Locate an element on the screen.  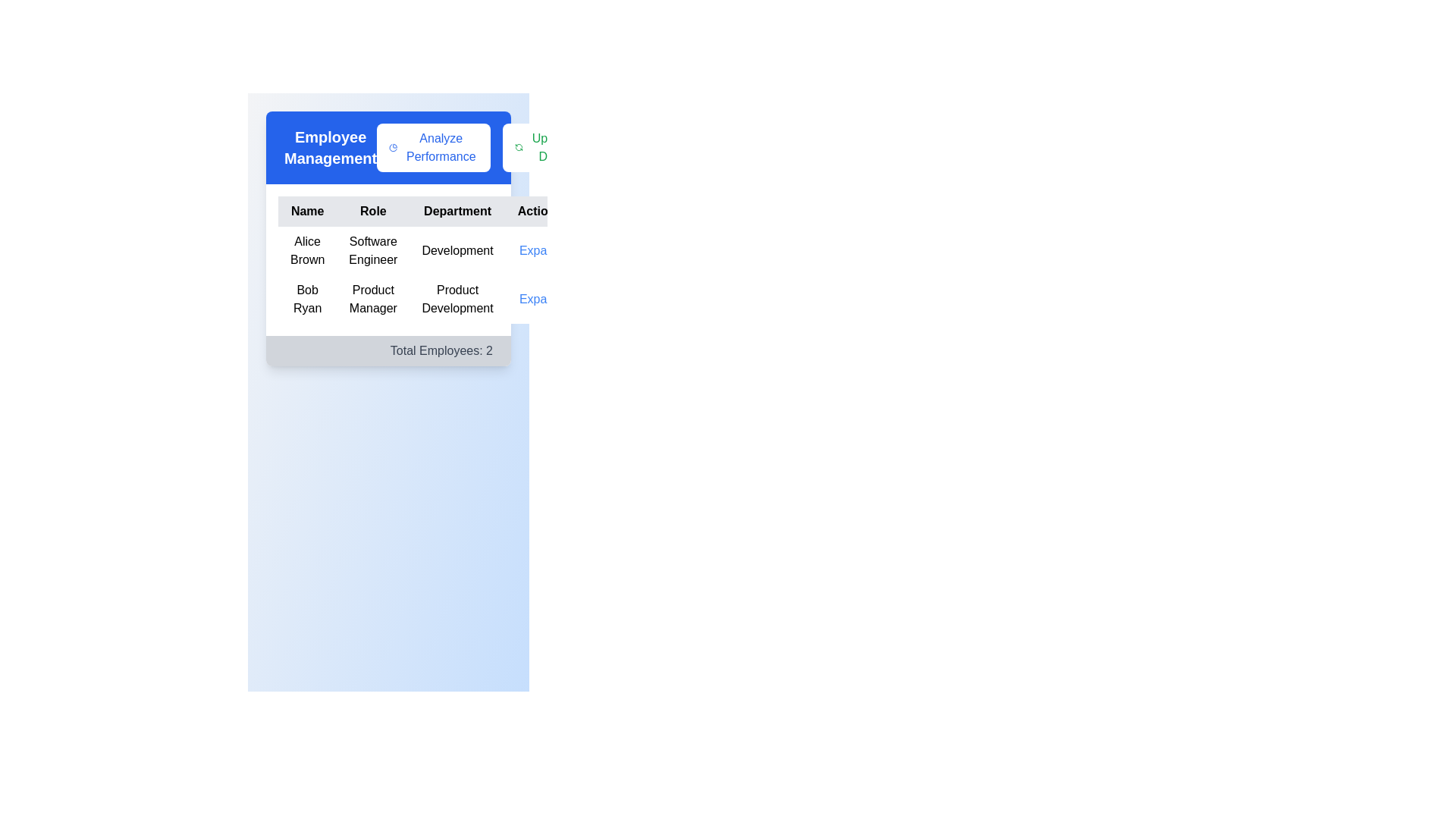
the 'Department' label, which is styled in bold black text on a light gray background and positioned in the third column header of the table between 'Role' and 'Actions' is located at coordinates (457, 211).